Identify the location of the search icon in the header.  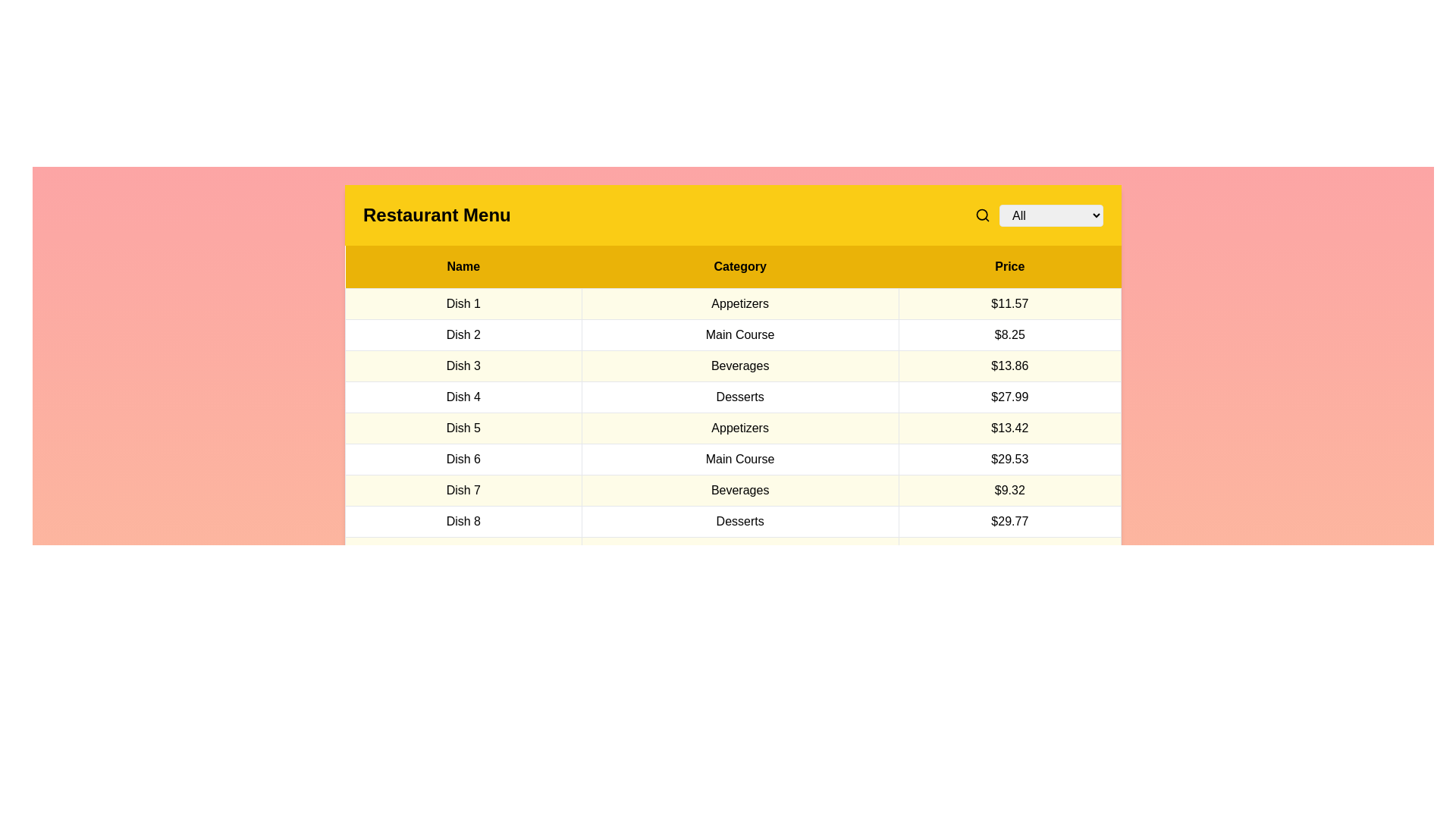
(983, 215).